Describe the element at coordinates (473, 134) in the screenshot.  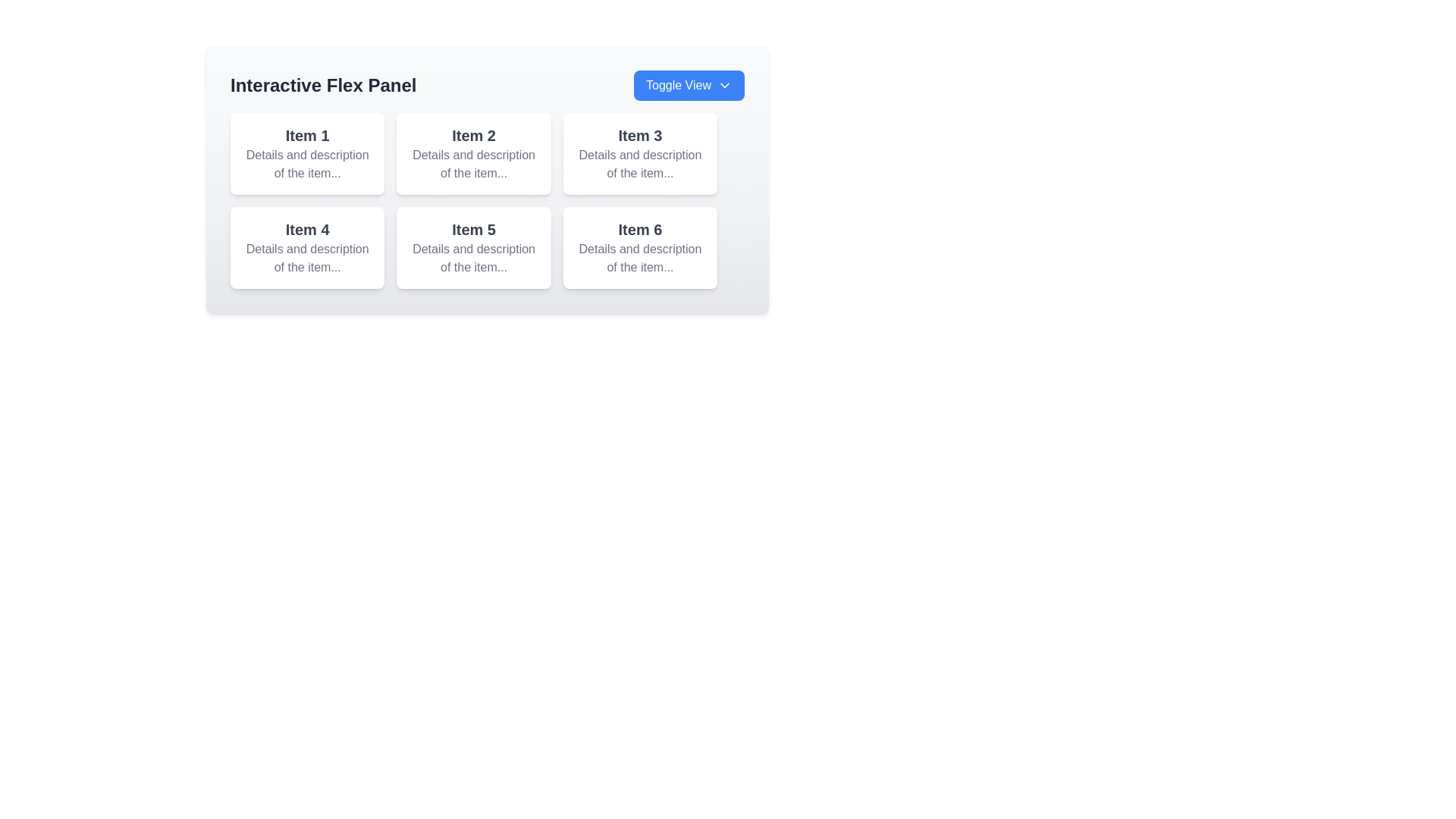
I see `the primary heading text 'Item 2' located in the second card of a grid` at that location.